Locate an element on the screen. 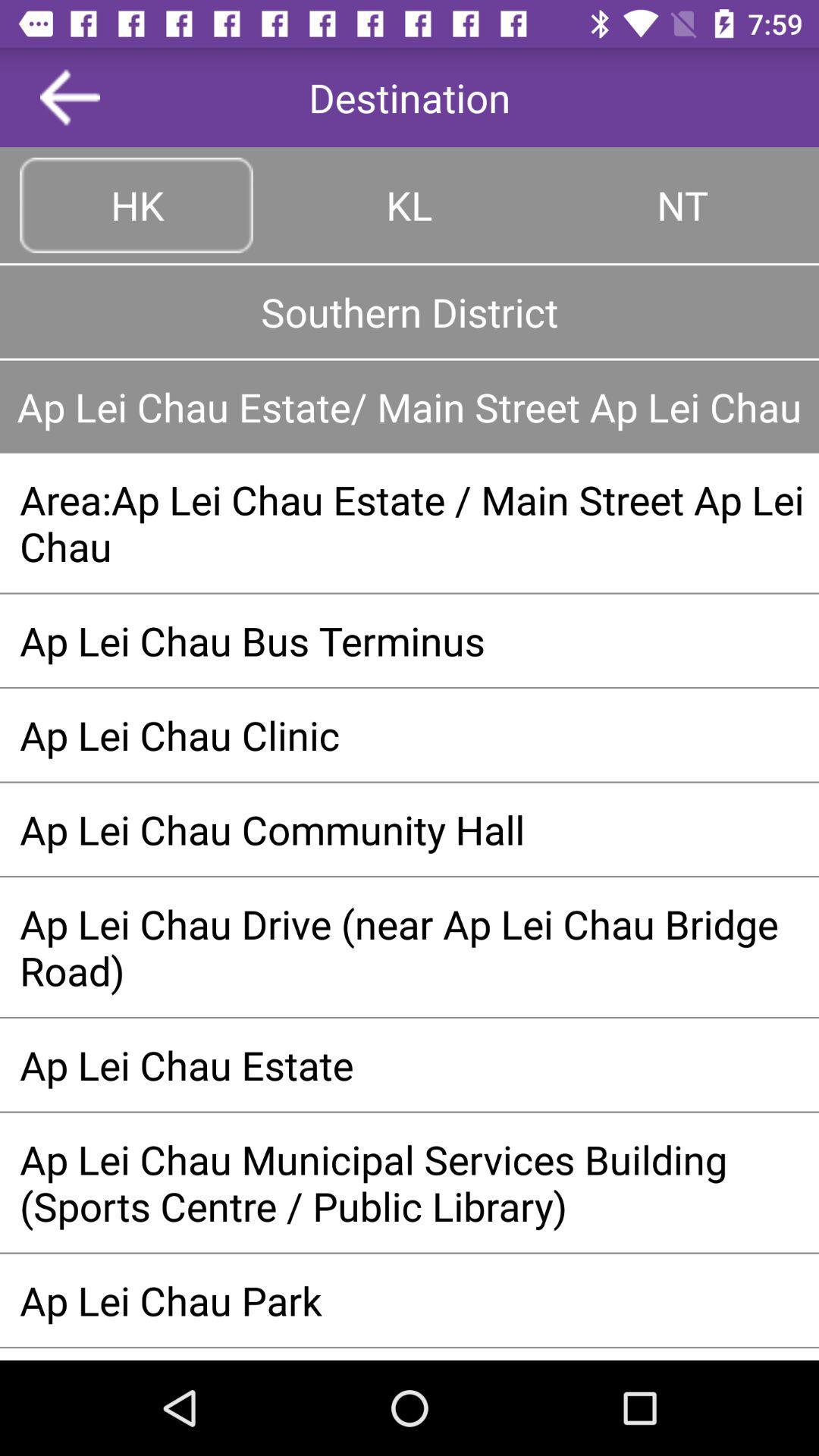  the button above hk is located at coordinates (70, 96).